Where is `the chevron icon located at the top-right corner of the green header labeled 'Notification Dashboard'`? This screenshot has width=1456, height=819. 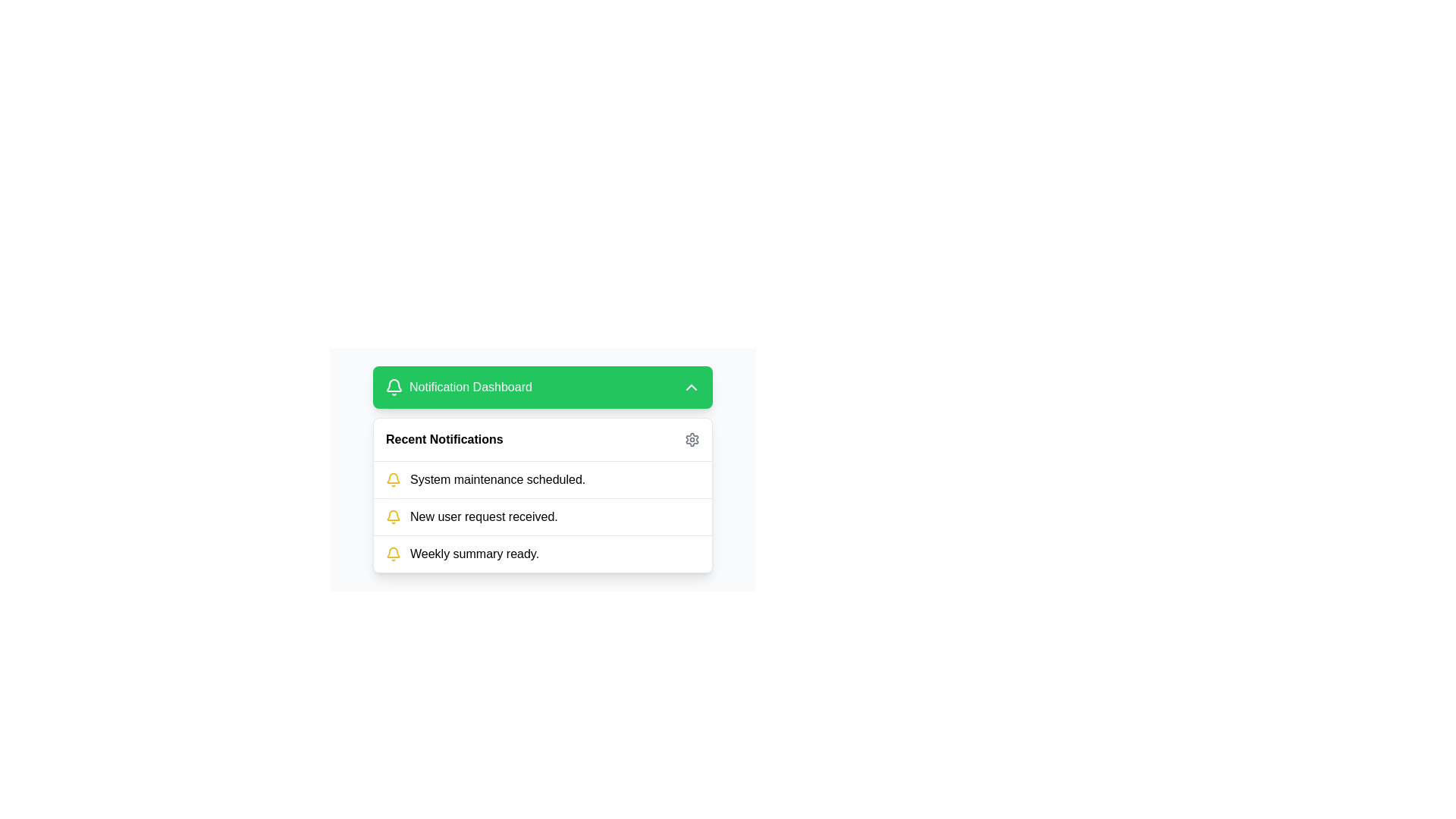 the chevron icon located at the top-right corner of the green header labeled 'Notification Dashboard' is located at coordinates (691, 386).